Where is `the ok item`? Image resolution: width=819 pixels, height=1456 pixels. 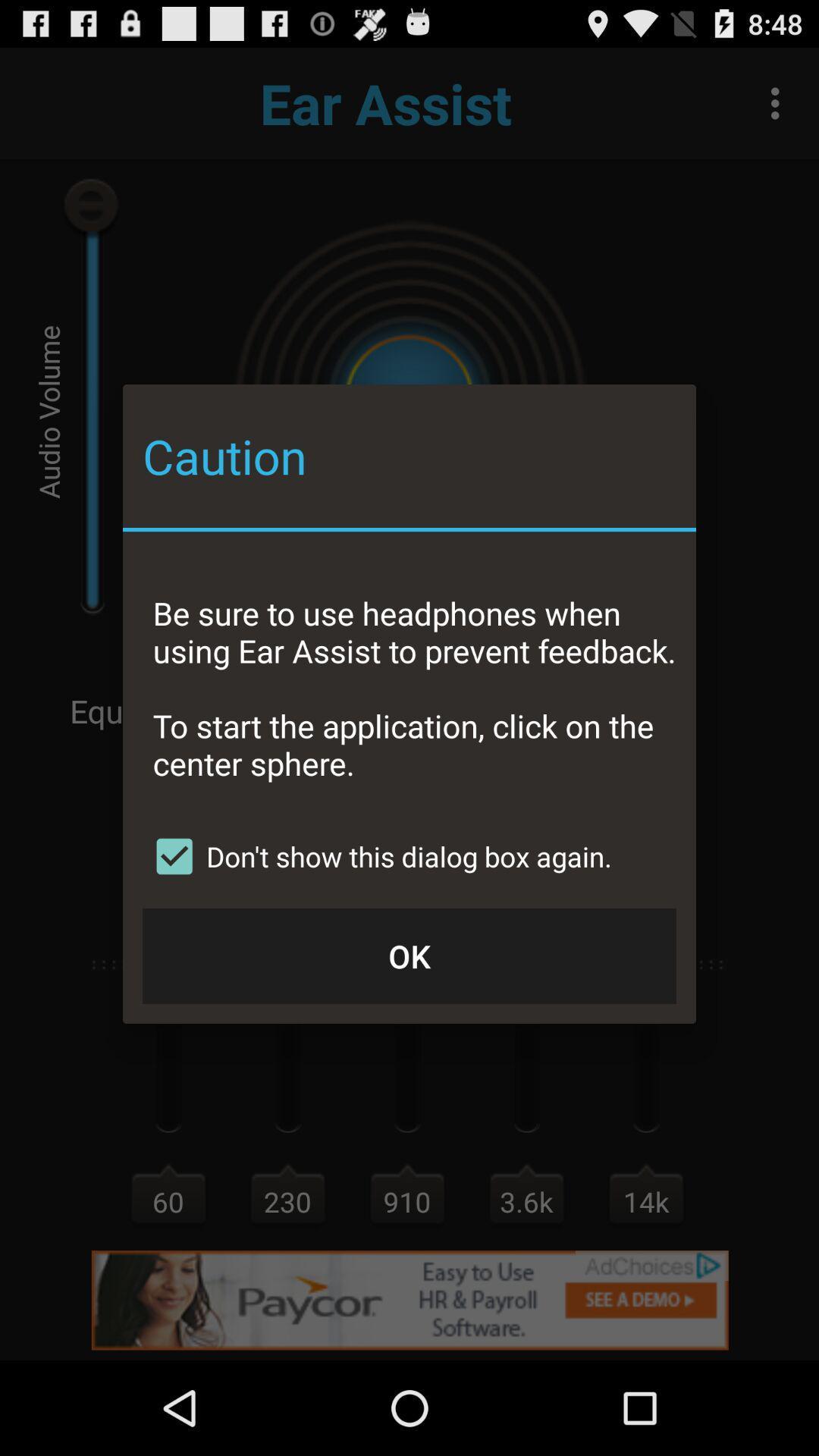 the ok item is located at coordinates (409, 955).